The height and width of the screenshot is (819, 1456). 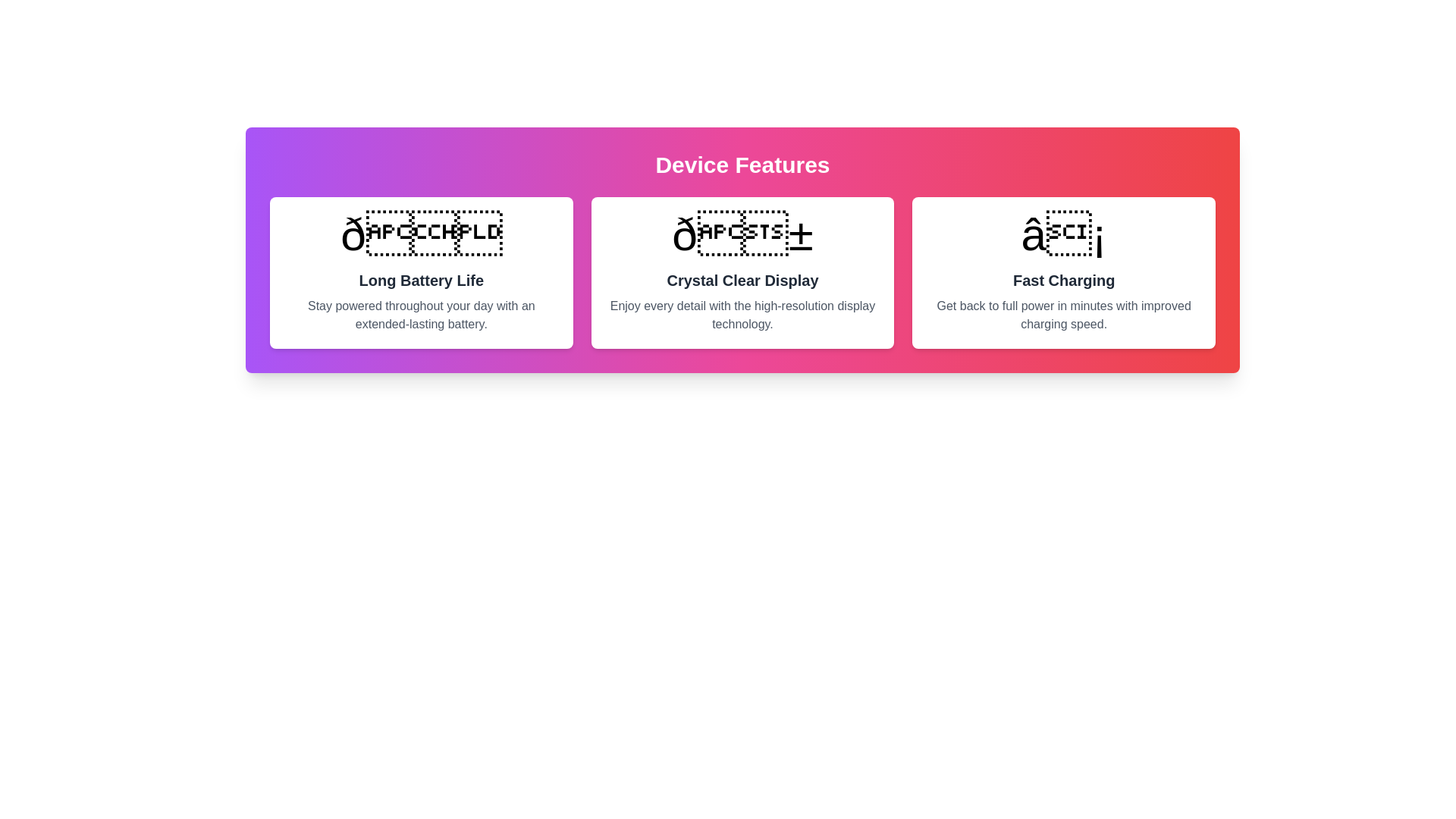 What do you see at coordinates (1063, 315) in the screenshot?
I see `the text label that reads 'Get back to full power in minutes with improved charging speed.' located below the heading 'Fast Charging' in the third card of the device features layout` at bounding box center [1063, 315].